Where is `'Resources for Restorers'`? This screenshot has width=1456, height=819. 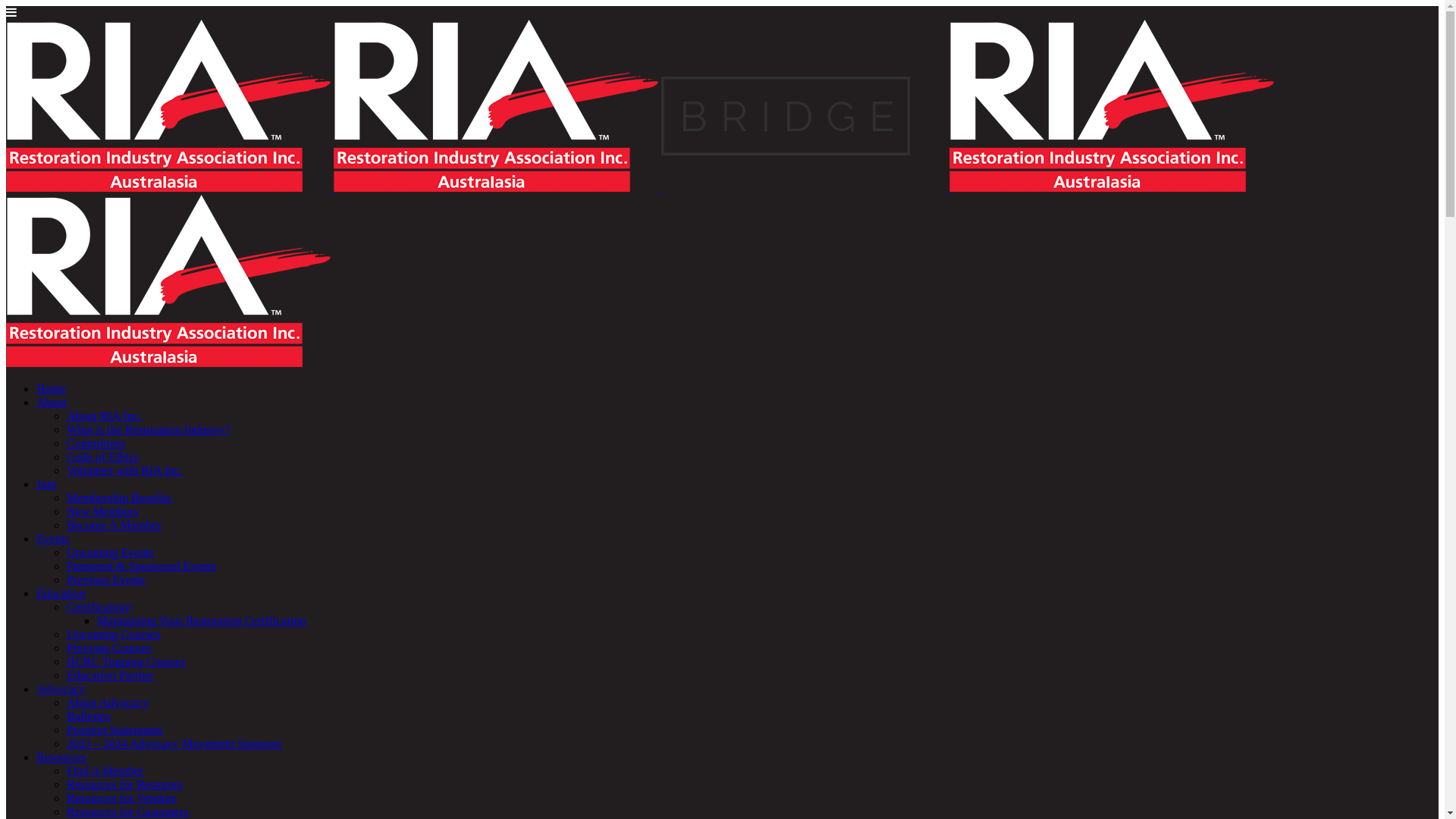
'Resources for Restorers' is located at coordinates (124, 784).